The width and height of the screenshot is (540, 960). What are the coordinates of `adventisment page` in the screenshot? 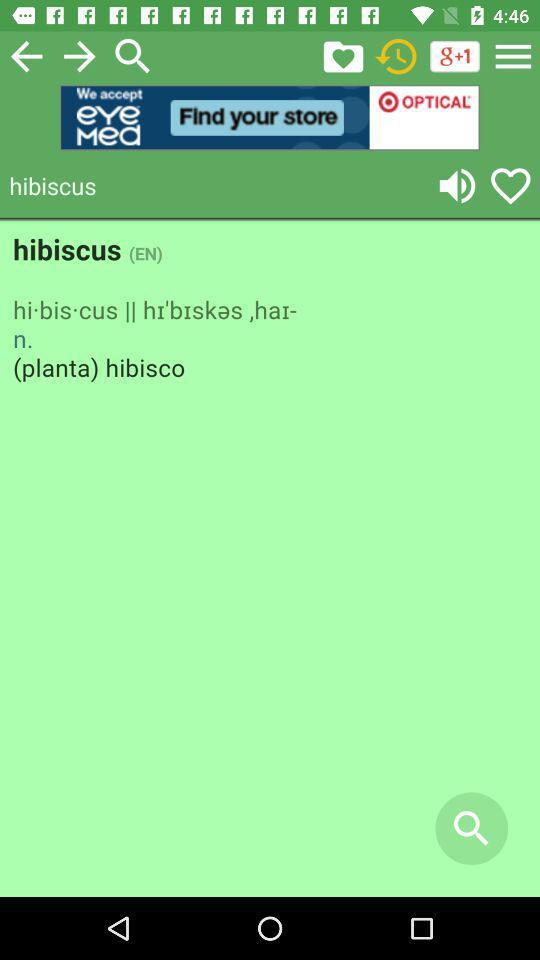 It's located at (270, 559).